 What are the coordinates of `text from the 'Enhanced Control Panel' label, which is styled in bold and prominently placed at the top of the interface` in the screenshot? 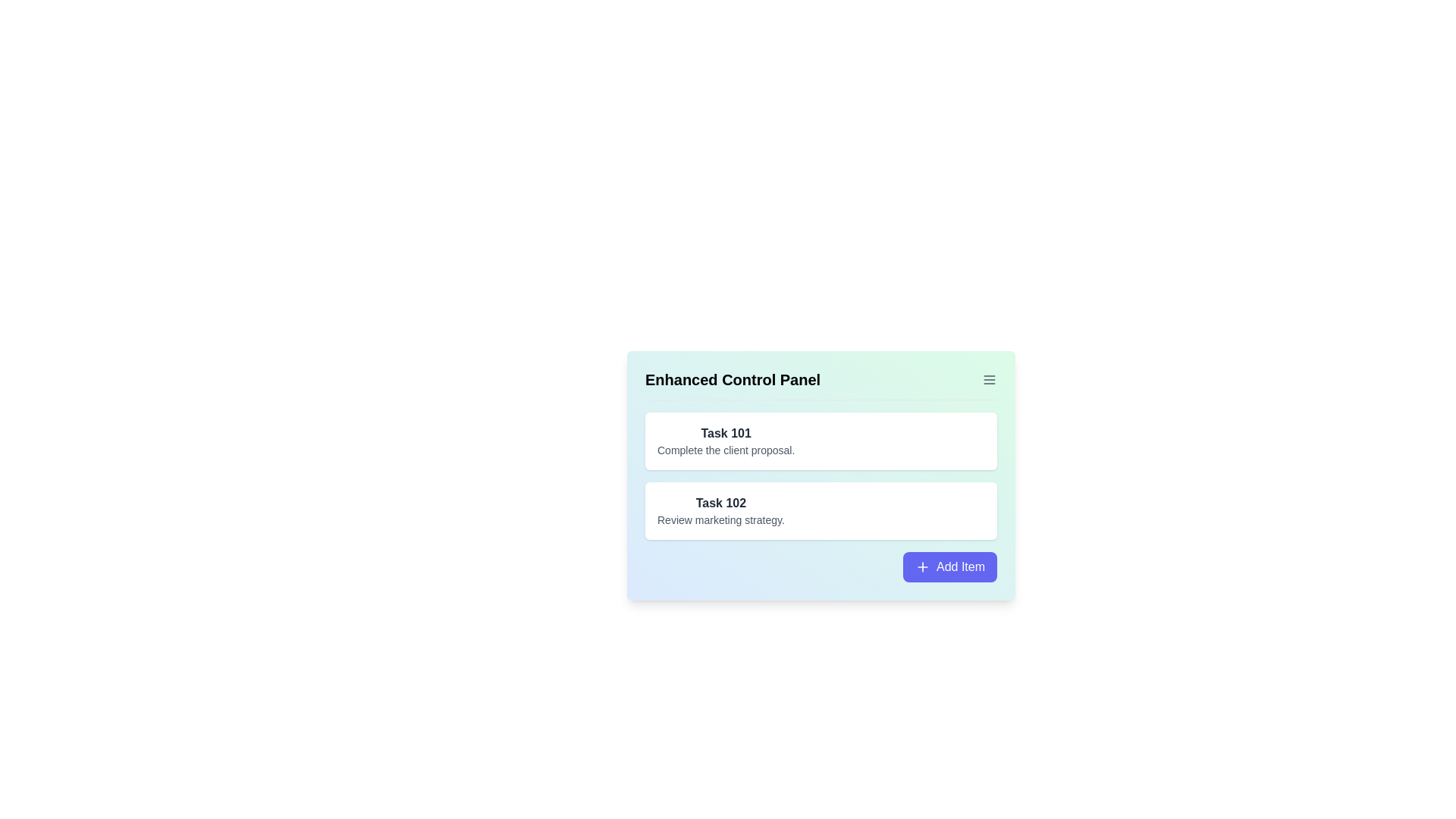 It's located at (733, 379).